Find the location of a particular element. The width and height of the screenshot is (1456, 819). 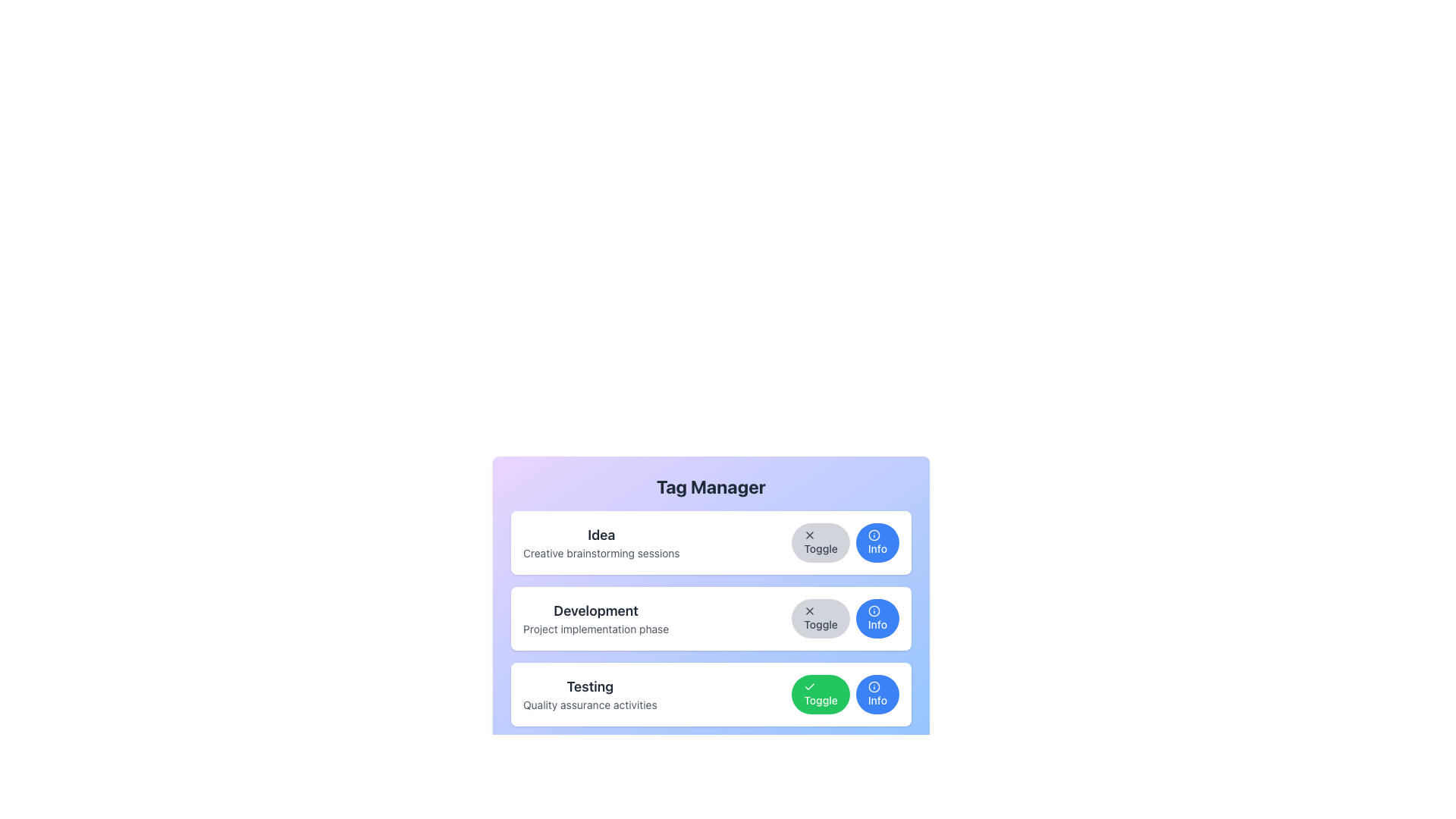

the toggle button for the 'Testing' section is located at coordinates (845, 694).